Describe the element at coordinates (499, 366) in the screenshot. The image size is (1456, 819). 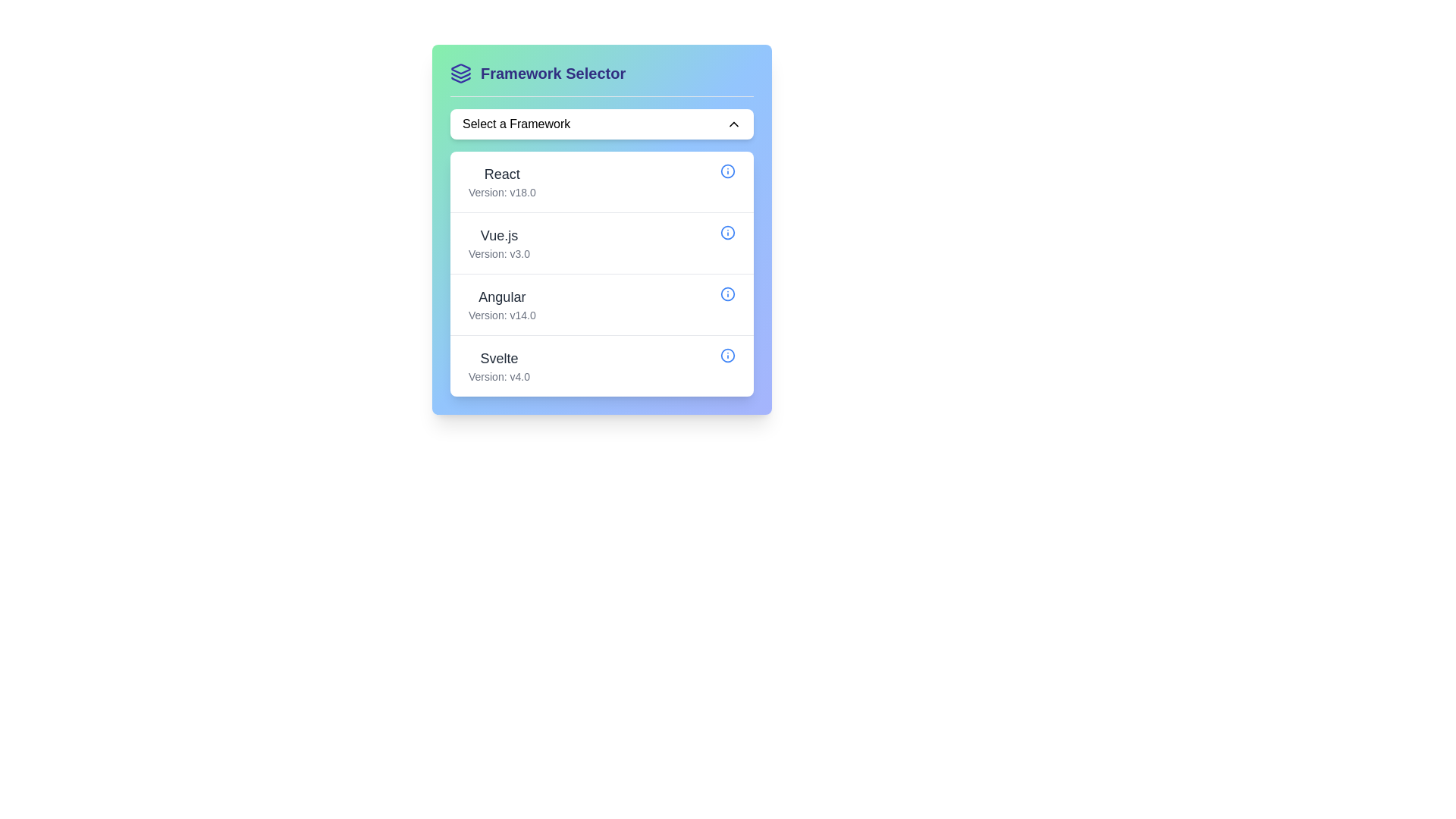
I see `the Svelte framework text block, which displays the name of the framework and its version information, located at the bottom of the 'Framework Selector' panel` at that location.